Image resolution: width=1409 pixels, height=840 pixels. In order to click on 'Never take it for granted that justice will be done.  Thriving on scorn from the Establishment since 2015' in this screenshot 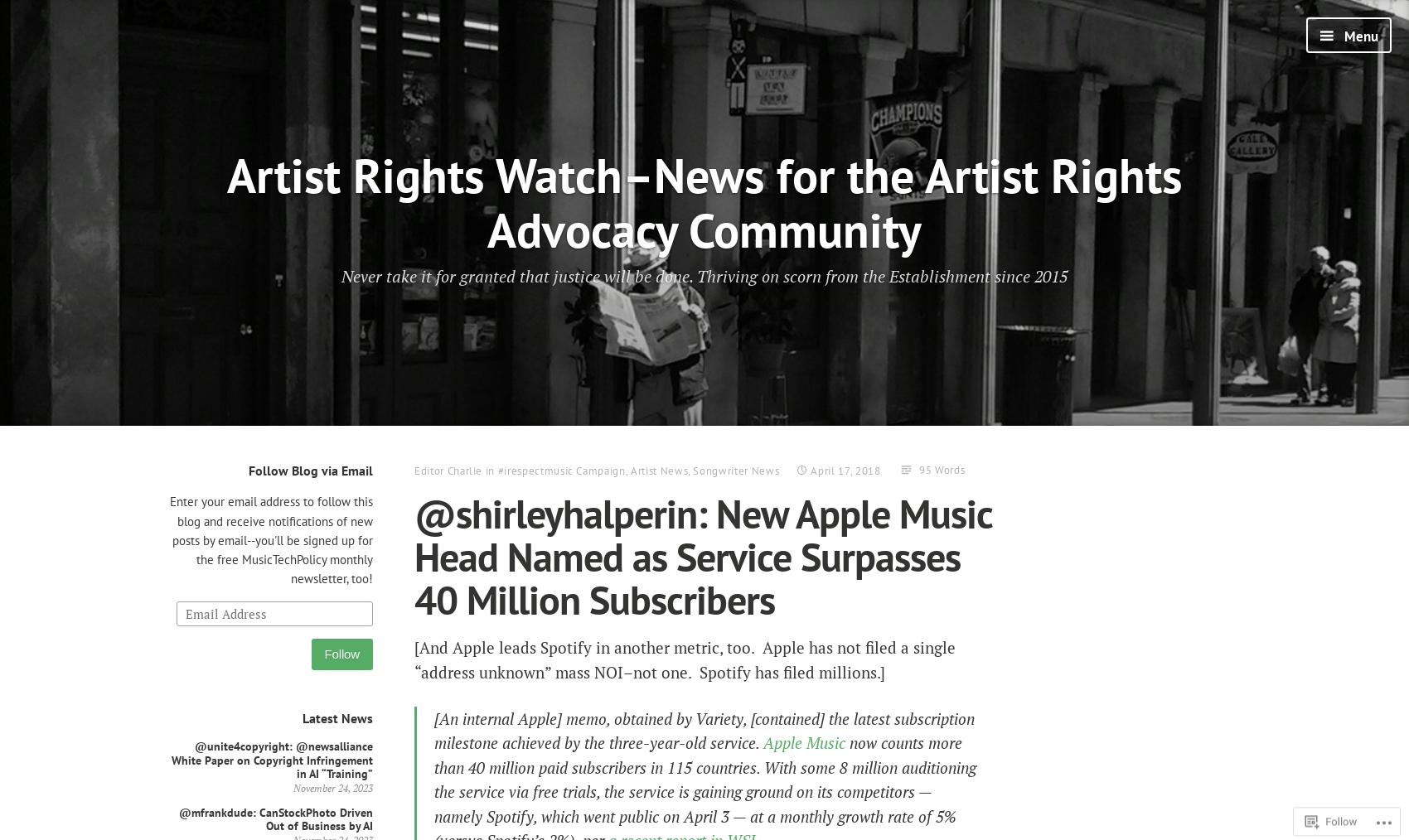, I will do `click(341, 275)`.